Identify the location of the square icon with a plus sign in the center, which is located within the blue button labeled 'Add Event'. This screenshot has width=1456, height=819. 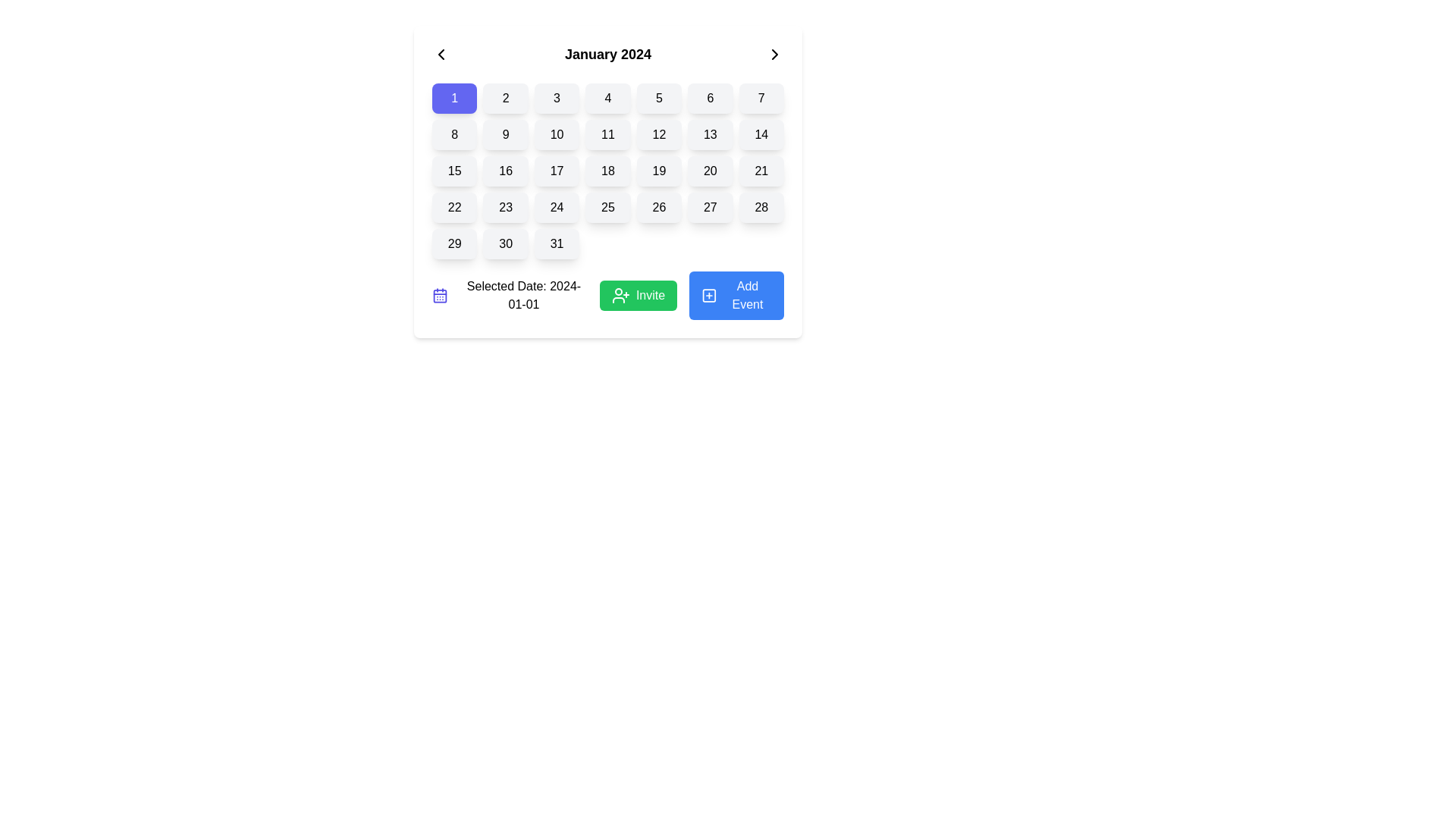
(708, 295).